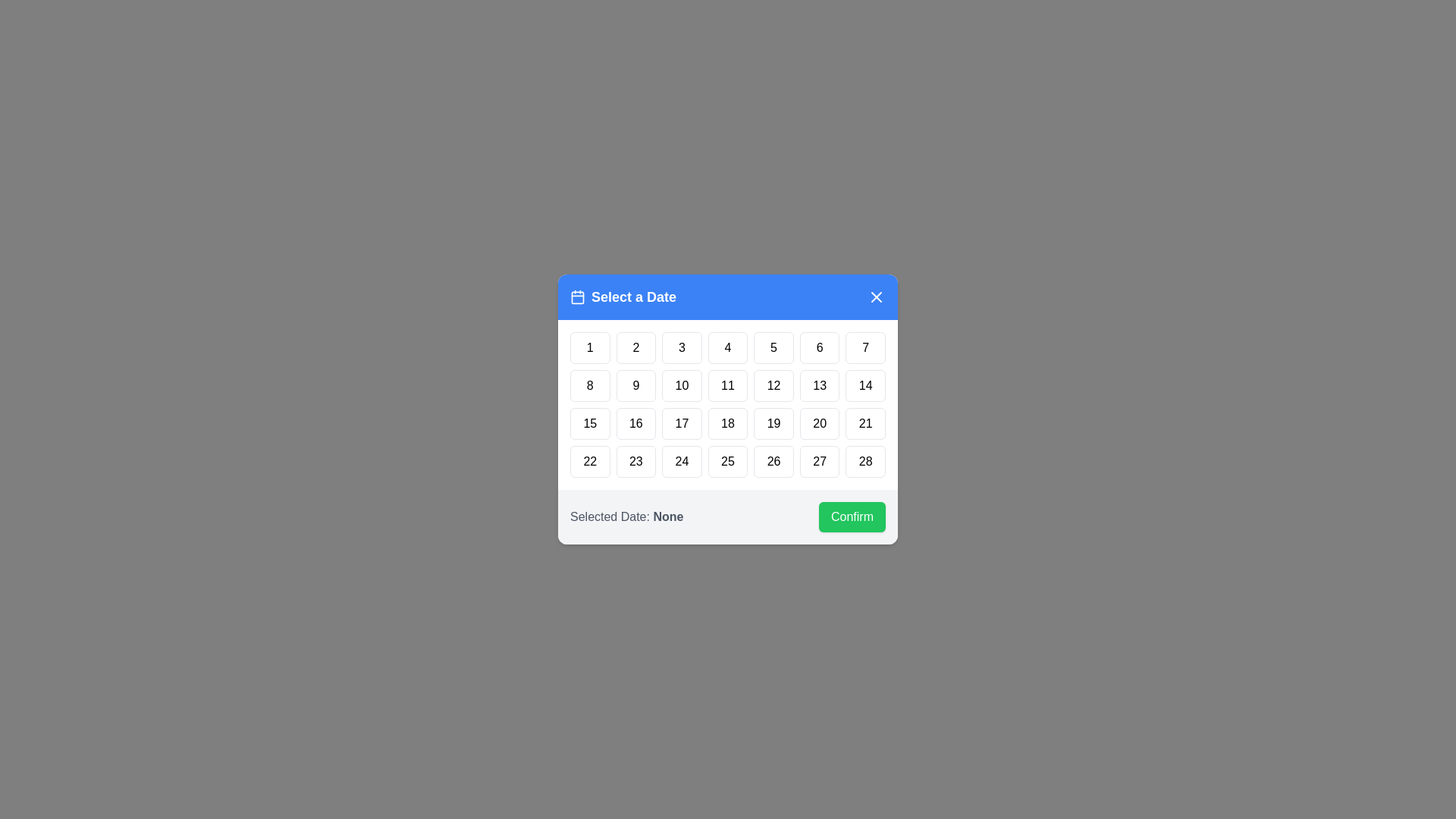 The height and width of the screenshot is (819, 1456). What do you see at coordinates (728, 385) in the screenshot?
I see `the day button labeled 11 to highlight it` at bounding box center [728, 385].